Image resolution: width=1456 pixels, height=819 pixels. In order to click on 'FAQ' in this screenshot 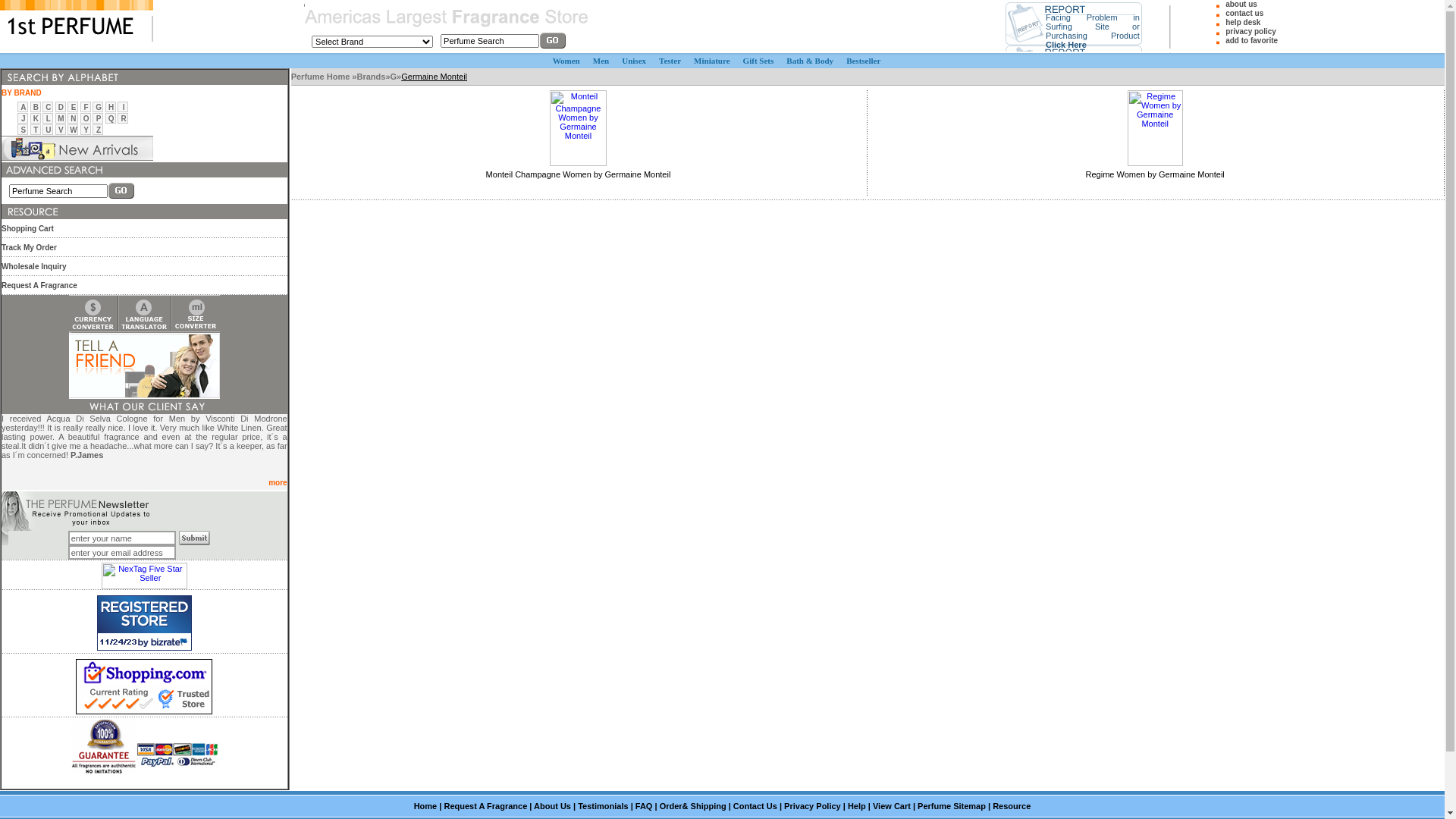, I will do `click(644, 805)`.